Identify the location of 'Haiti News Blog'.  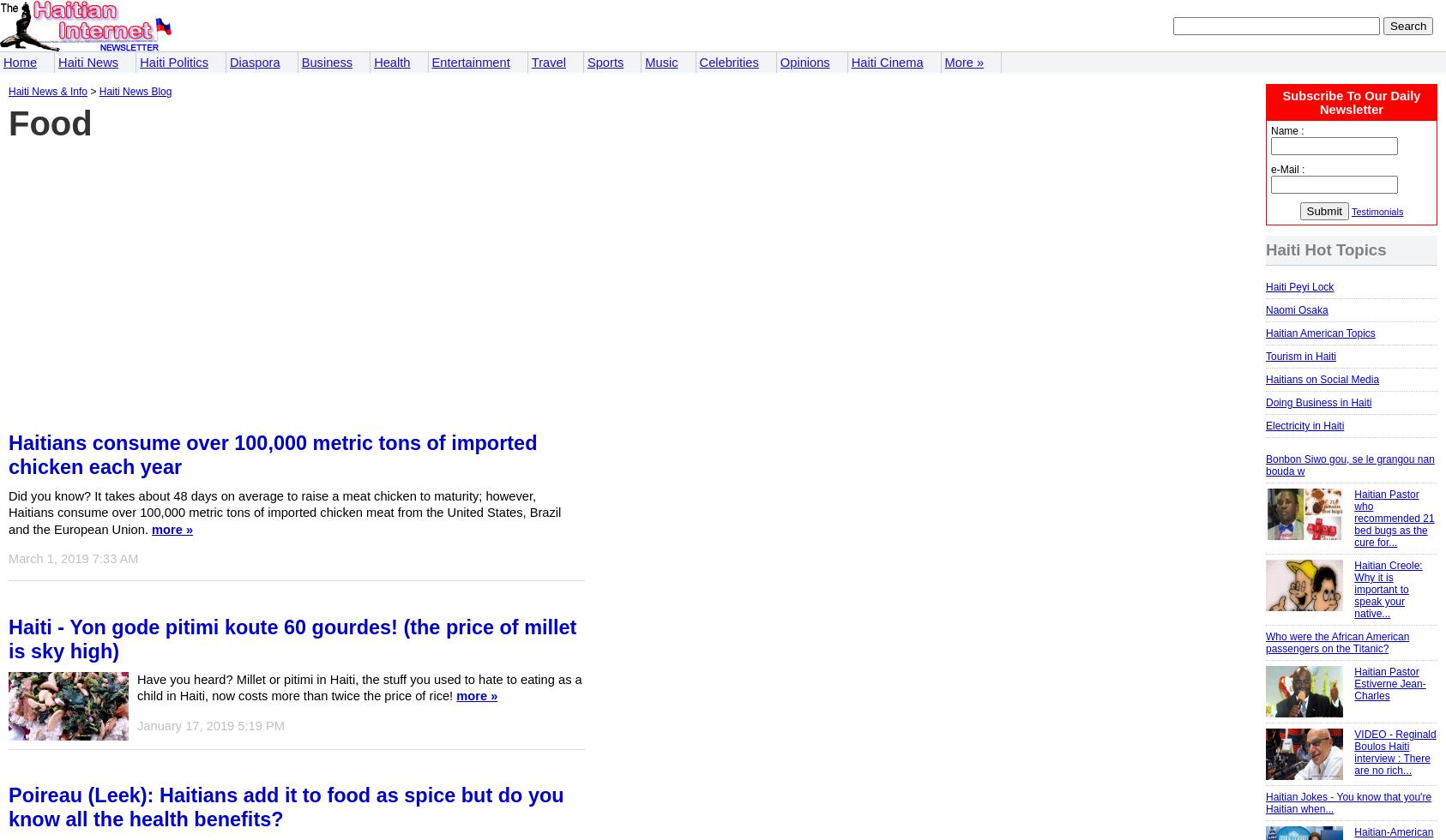
(97, 92).